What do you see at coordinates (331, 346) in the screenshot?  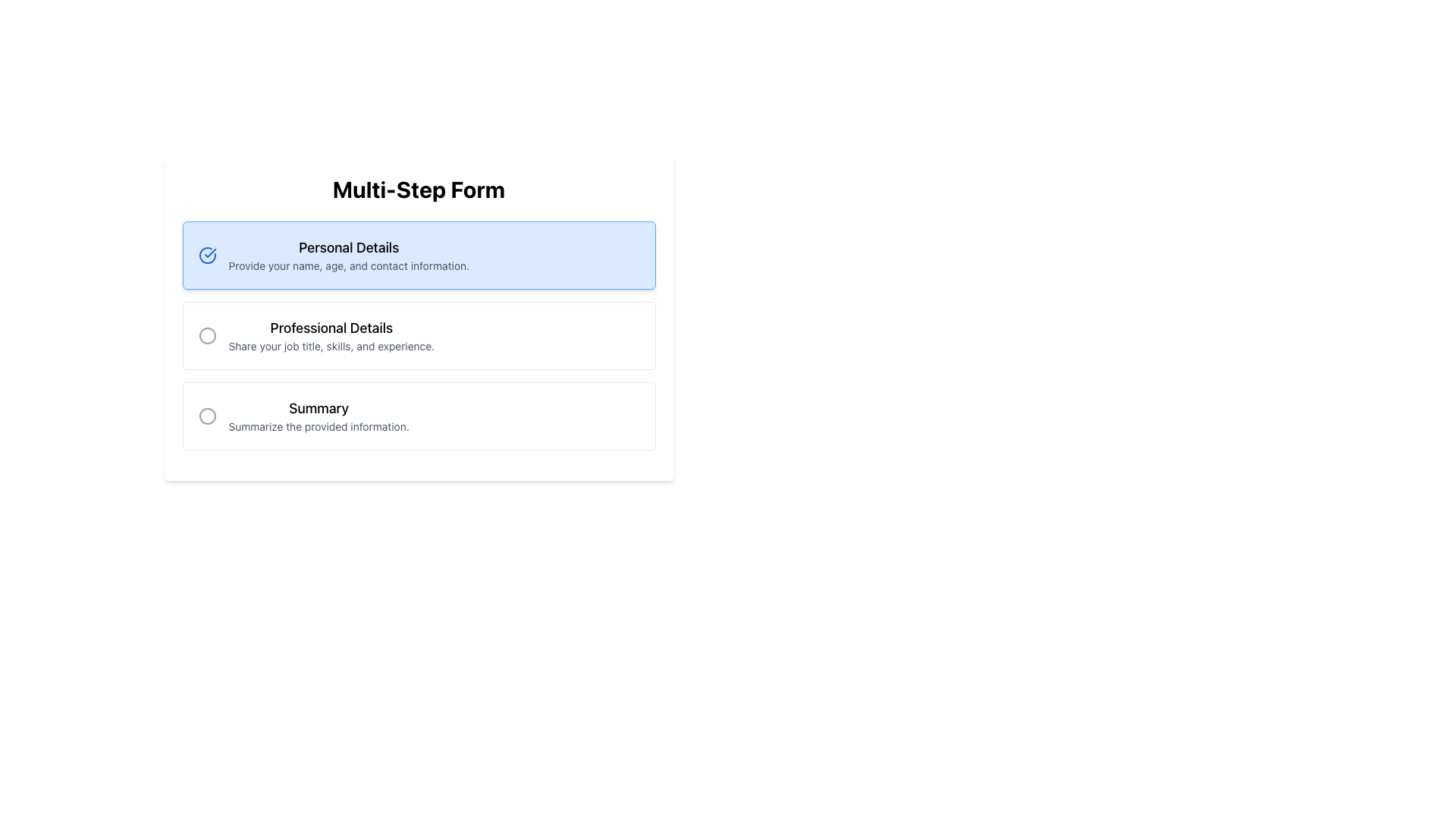 I see `the static text label providing additional information related to the 'Professional Details' section, located immediately below the 'Professional Details' title` at bounding box center [331, 346].